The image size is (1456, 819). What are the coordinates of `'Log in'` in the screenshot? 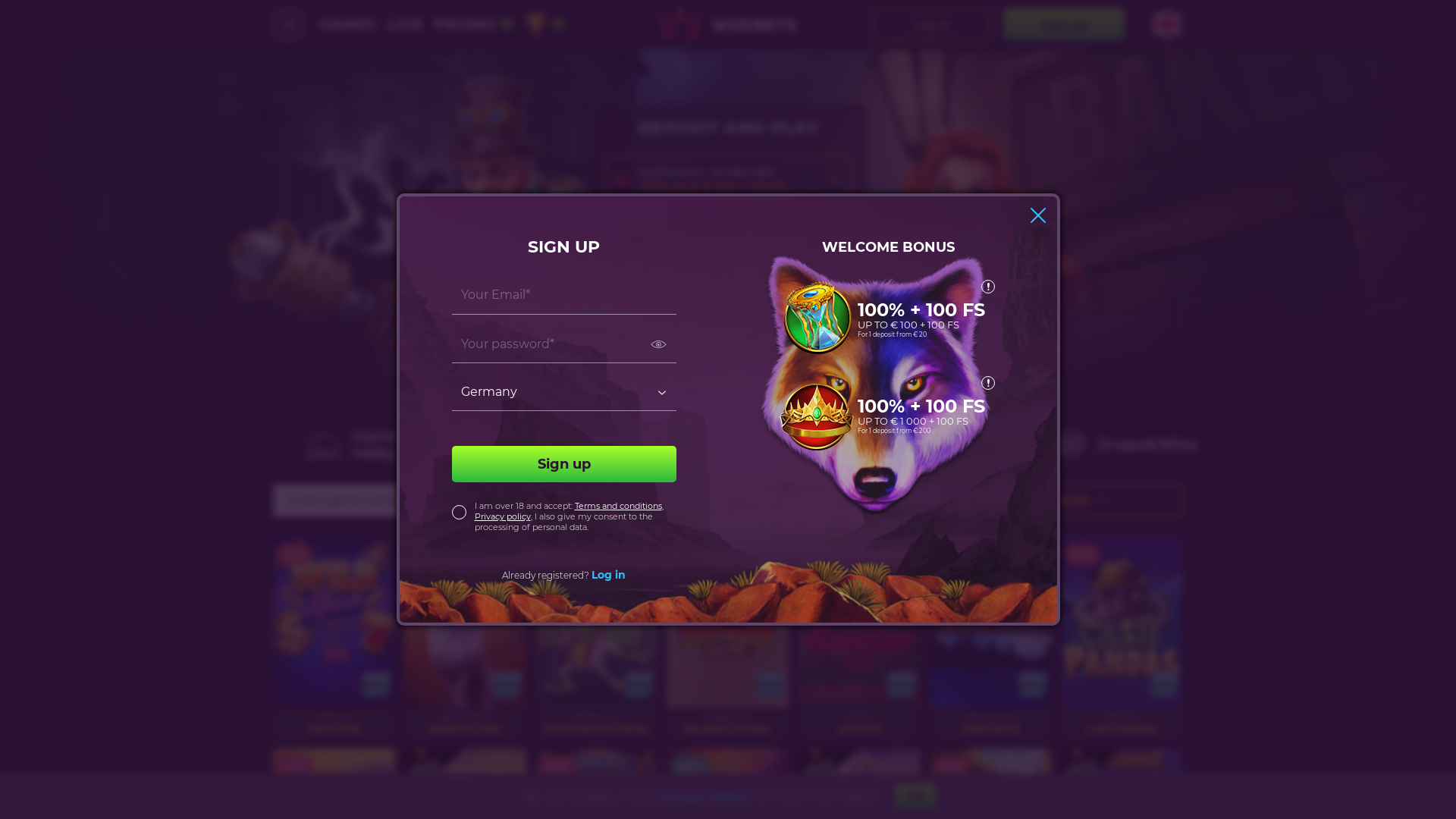 It's located at (608, 575).